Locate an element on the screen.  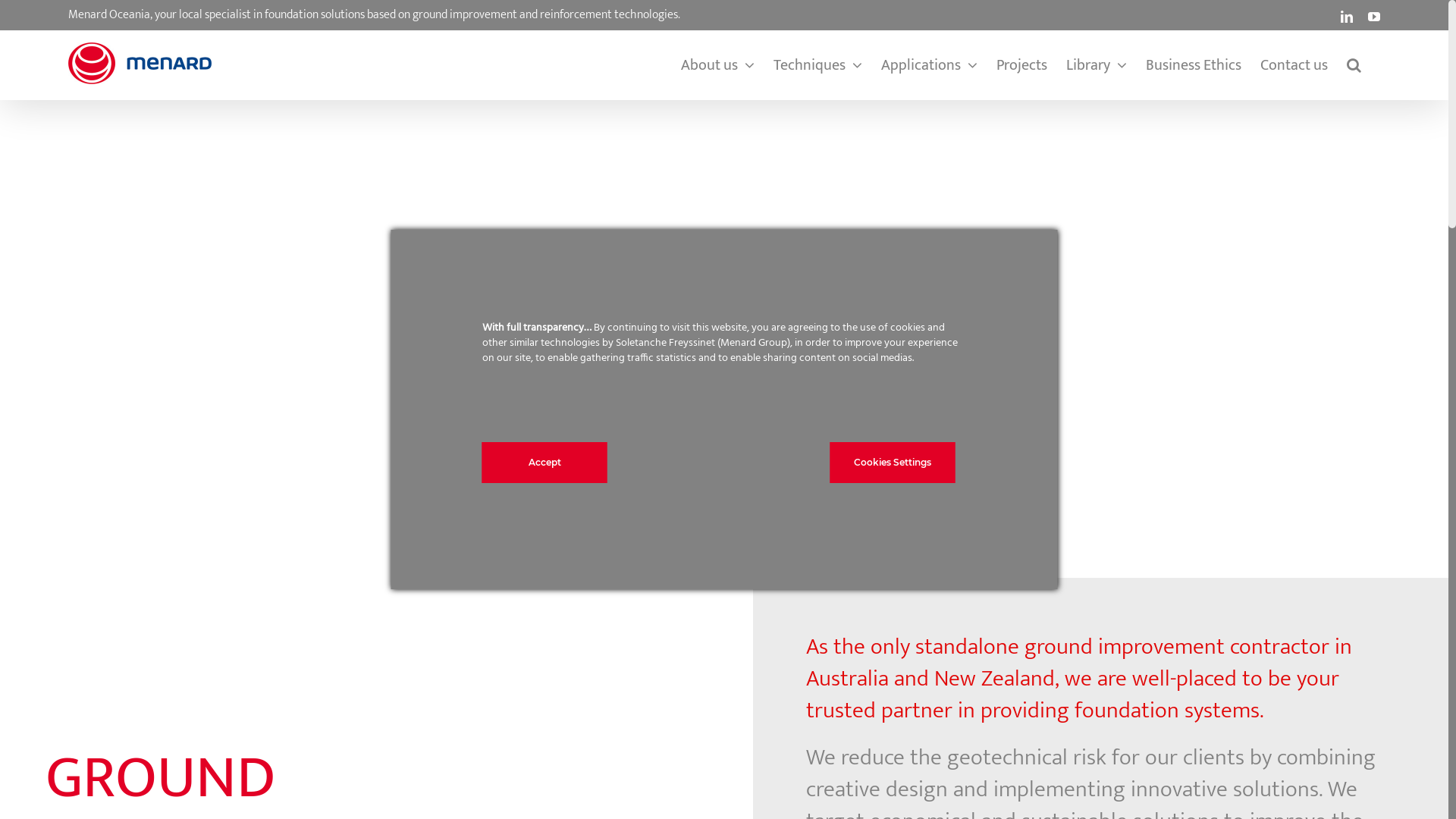
'LinkedIn' is located at coordinates (1347, 17).